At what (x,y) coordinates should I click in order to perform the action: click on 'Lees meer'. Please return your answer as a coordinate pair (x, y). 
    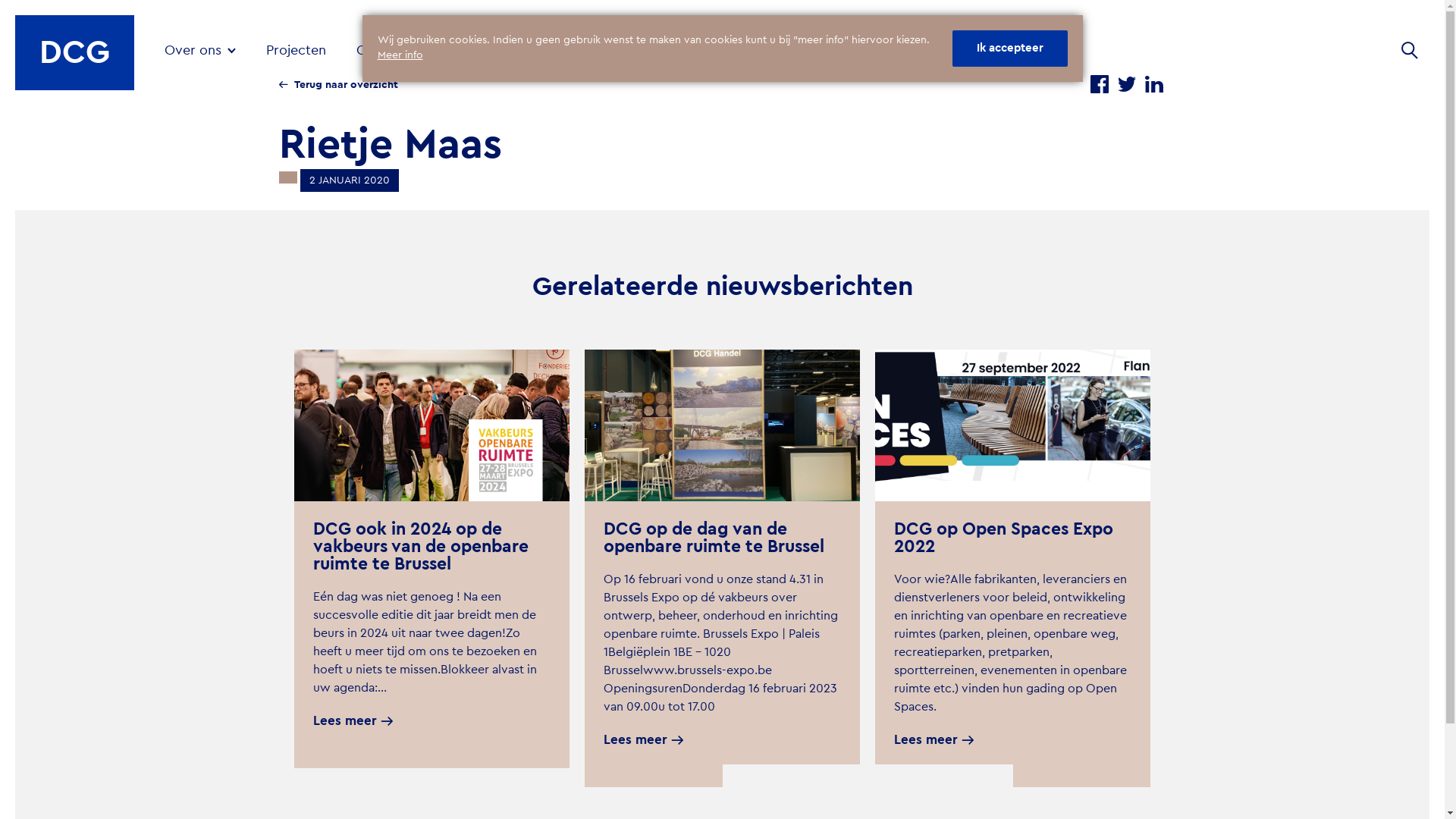
    Looking at the image, I should click on (933, 739).